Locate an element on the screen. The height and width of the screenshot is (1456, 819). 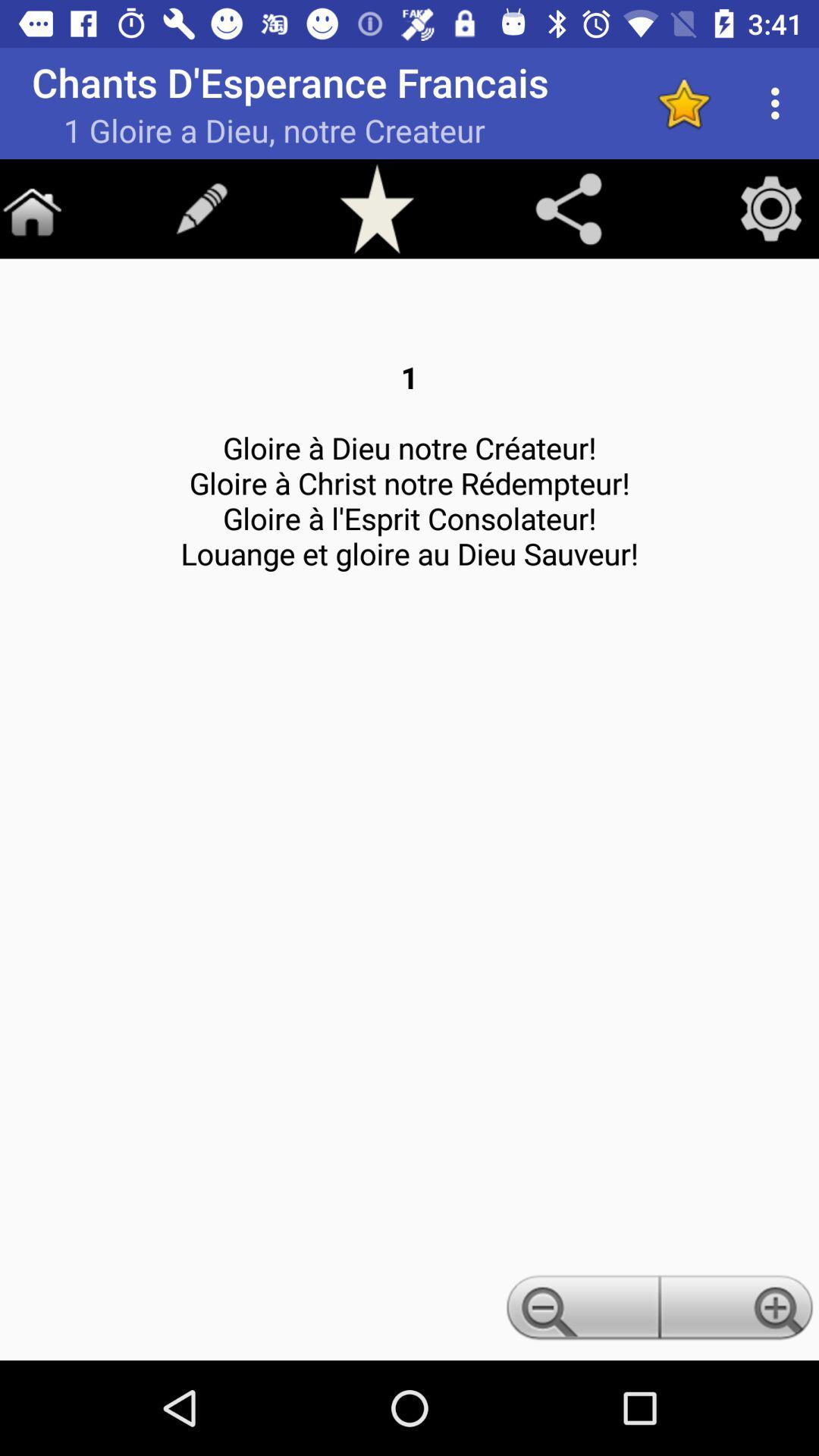
home screen is located at coordinates (32, 208).